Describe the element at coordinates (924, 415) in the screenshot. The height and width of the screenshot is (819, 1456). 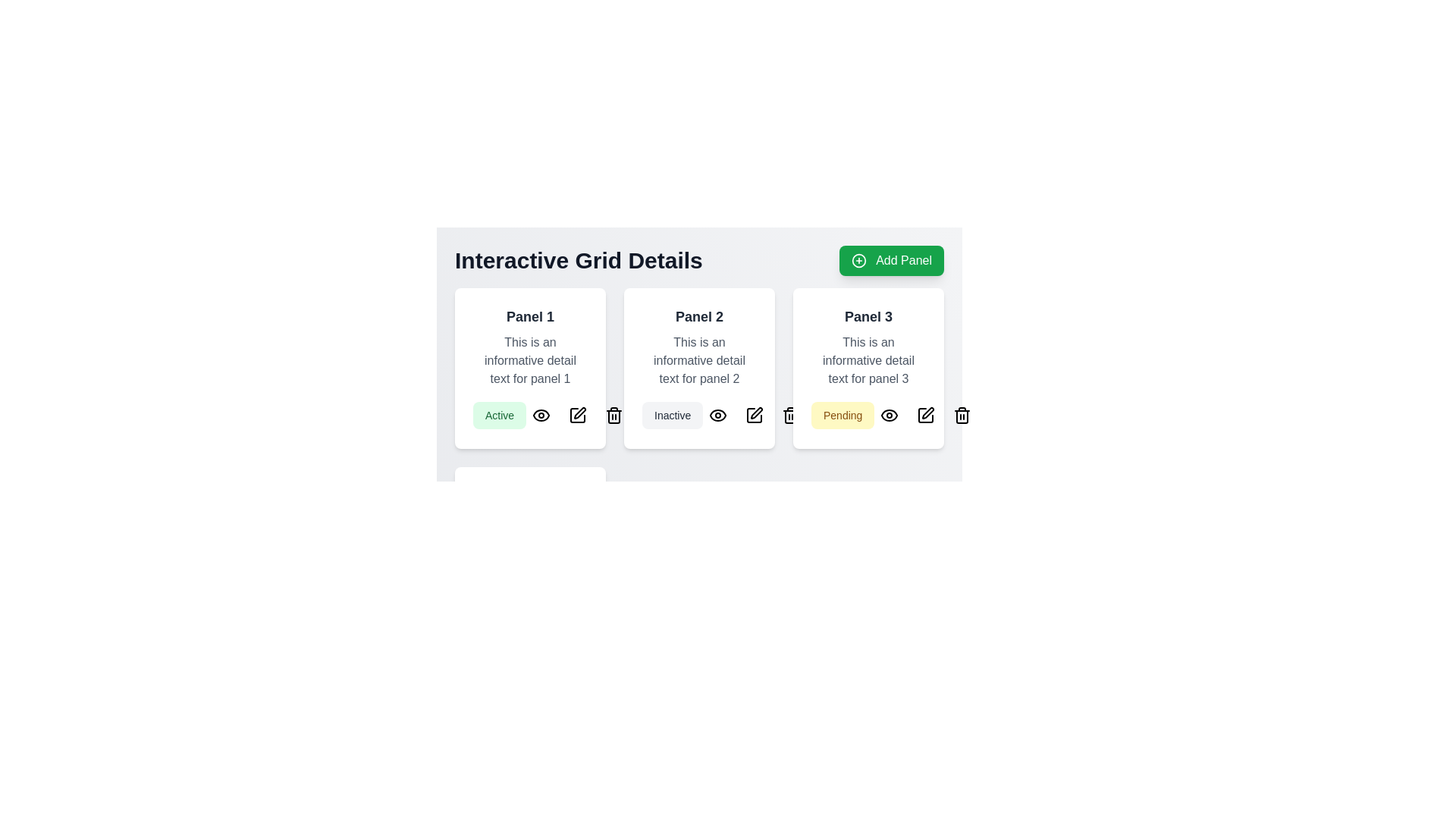
I see `the edit icon located` at that location.